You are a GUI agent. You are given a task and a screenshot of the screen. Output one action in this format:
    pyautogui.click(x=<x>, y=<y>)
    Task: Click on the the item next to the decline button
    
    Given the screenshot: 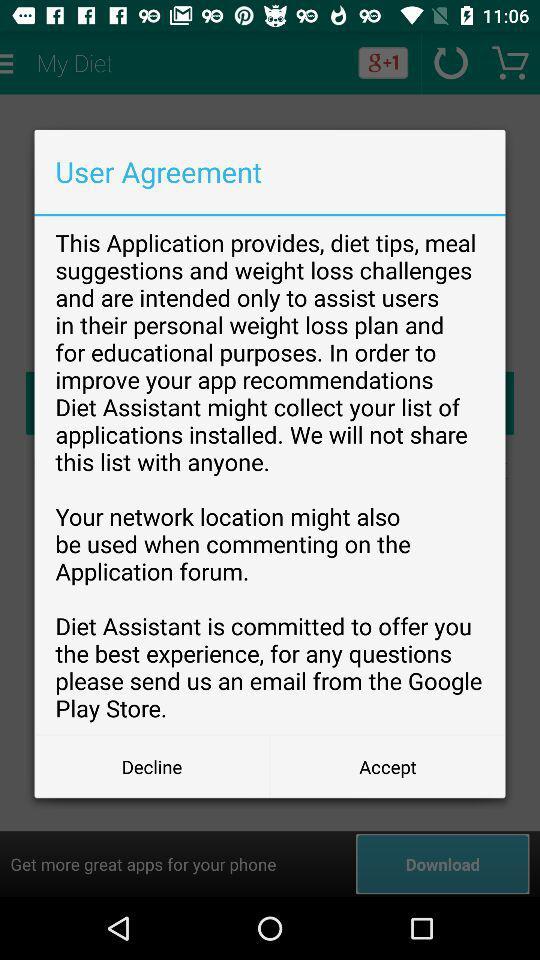 What is the action you would take?
    pyautogui.click(x=387, y=765)
    